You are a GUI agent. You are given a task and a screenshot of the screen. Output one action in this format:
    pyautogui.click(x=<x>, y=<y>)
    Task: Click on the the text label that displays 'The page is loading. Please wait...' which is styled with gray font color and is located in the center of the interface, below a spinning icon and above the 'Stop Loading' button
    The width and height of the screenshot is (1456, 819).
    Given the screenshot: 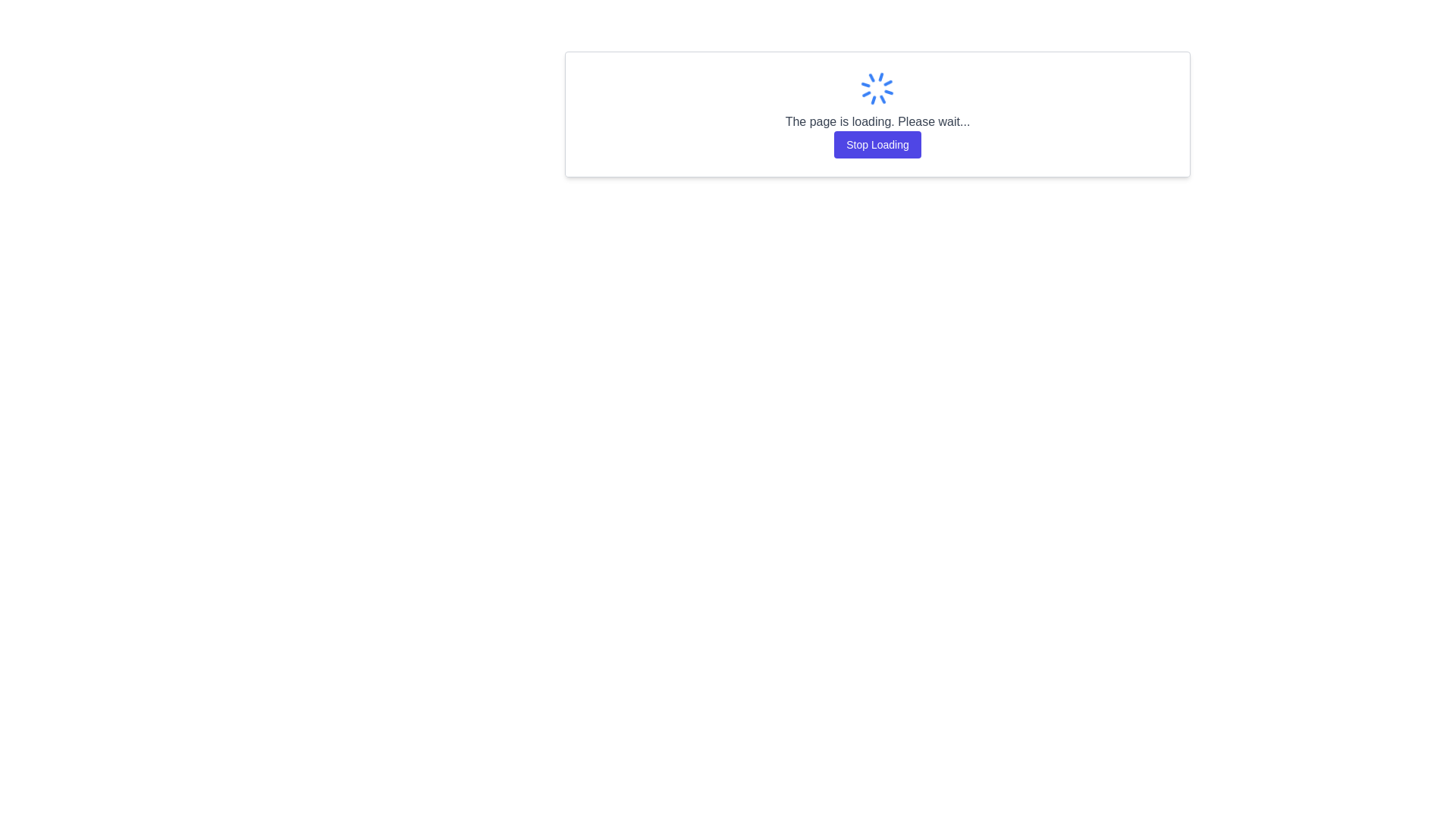 What is the action you would take?
    pyautogui.click(x=877, y=121)
    